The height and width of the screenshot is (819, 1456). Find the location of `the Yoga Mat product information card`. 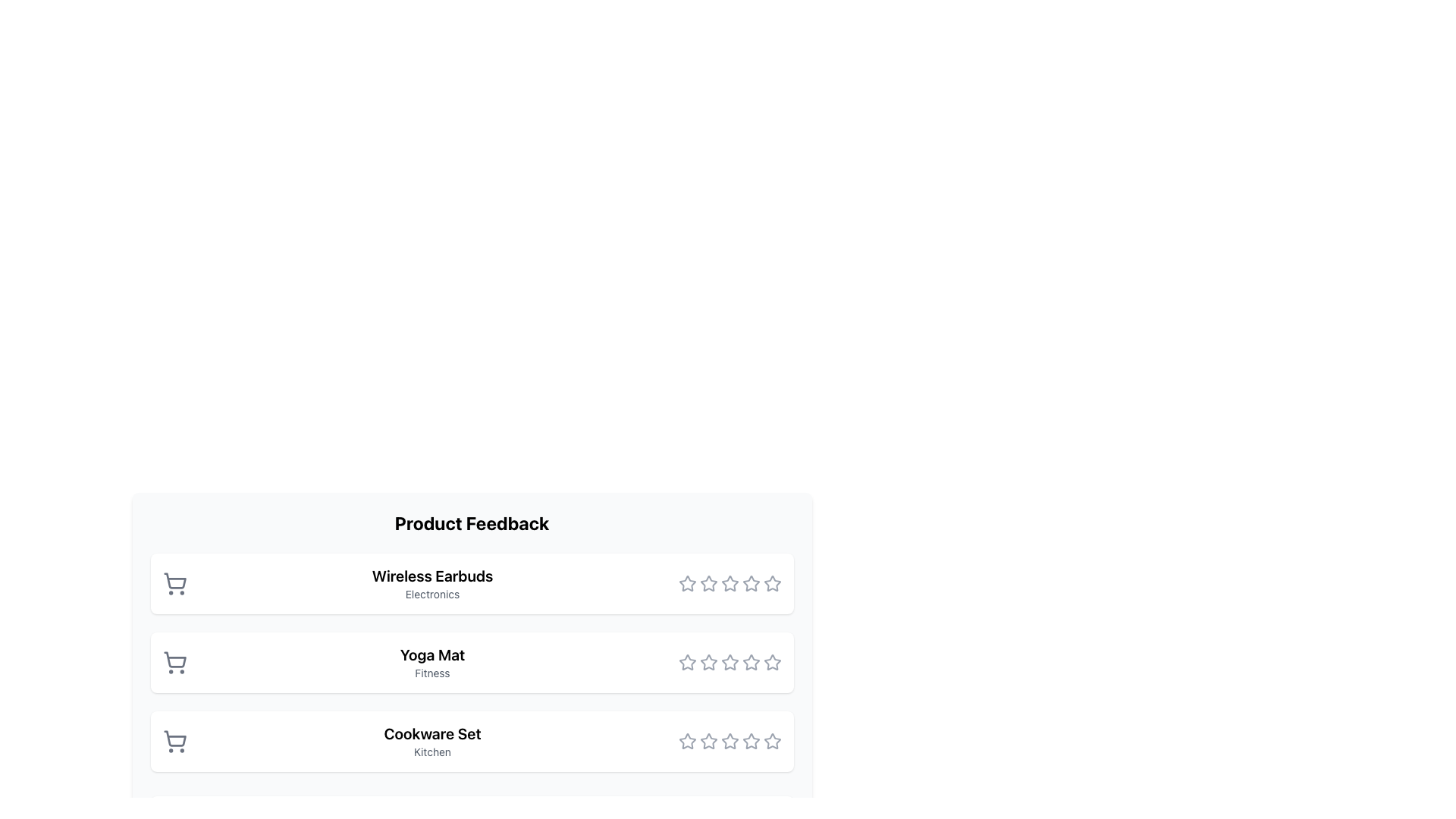

the Yoga Mat product information card is located at coordinates (471, 662).